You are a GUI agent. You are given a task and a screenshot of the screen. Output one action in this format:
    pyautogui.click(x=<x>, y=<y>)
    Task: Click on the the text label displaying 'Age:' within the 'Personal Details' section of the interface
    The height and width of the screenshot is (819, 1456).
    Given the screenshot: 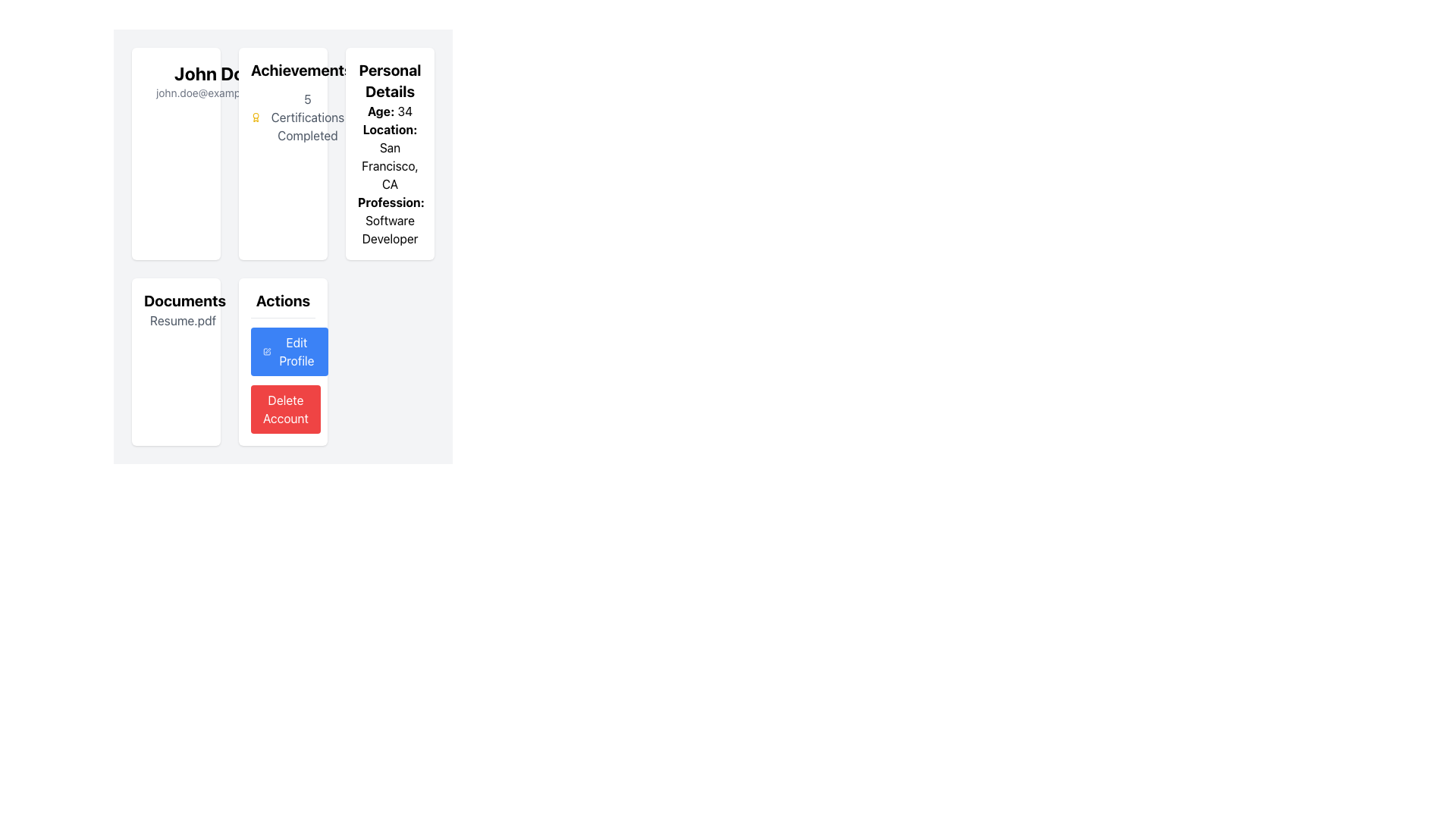 What is the action you would take?
    pyautogui.click(x=381, y=110)
    